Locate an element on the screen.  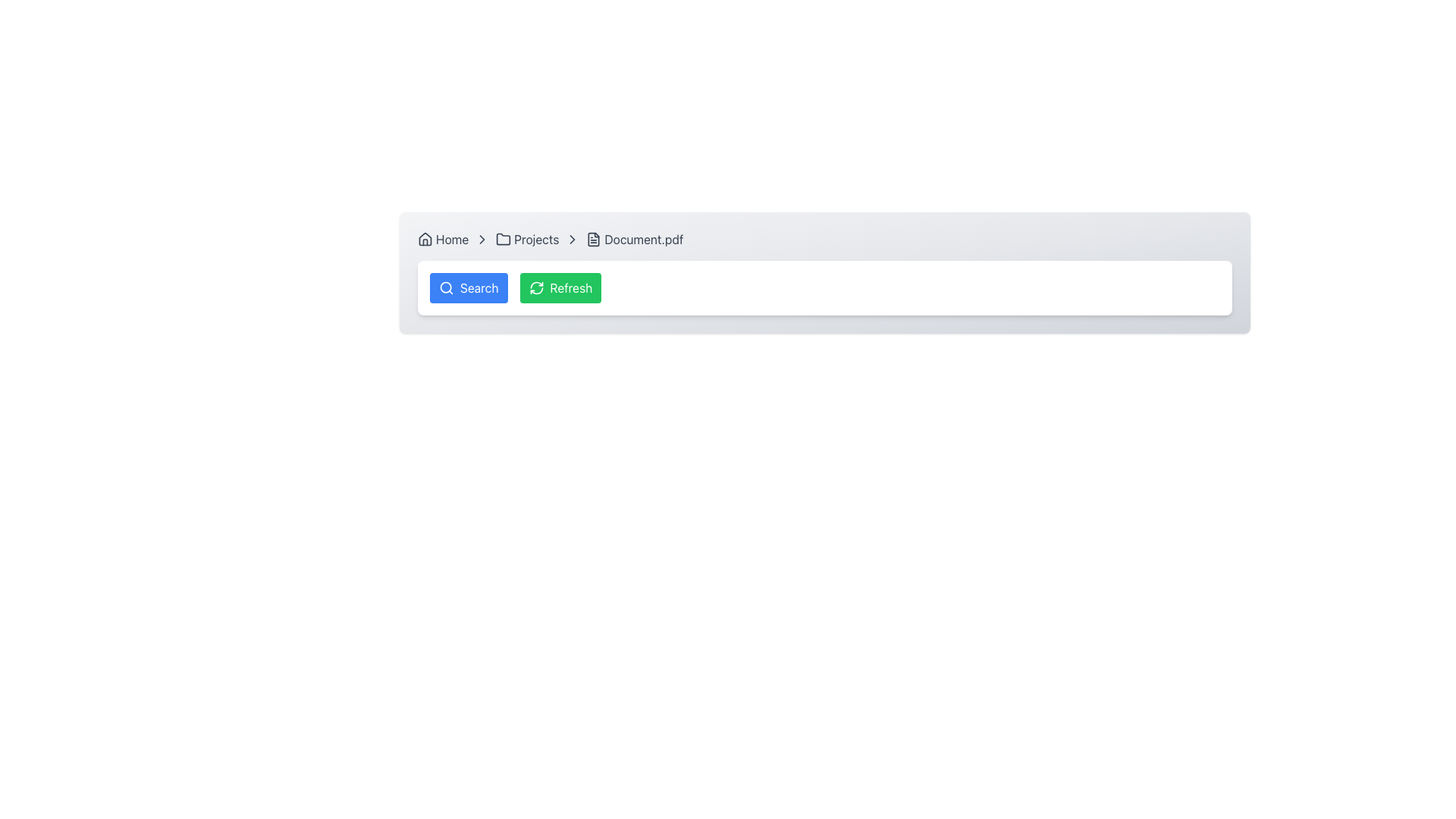
the 'Home' icon in the breadcrumb navigation is located at coordinates (425, 239).